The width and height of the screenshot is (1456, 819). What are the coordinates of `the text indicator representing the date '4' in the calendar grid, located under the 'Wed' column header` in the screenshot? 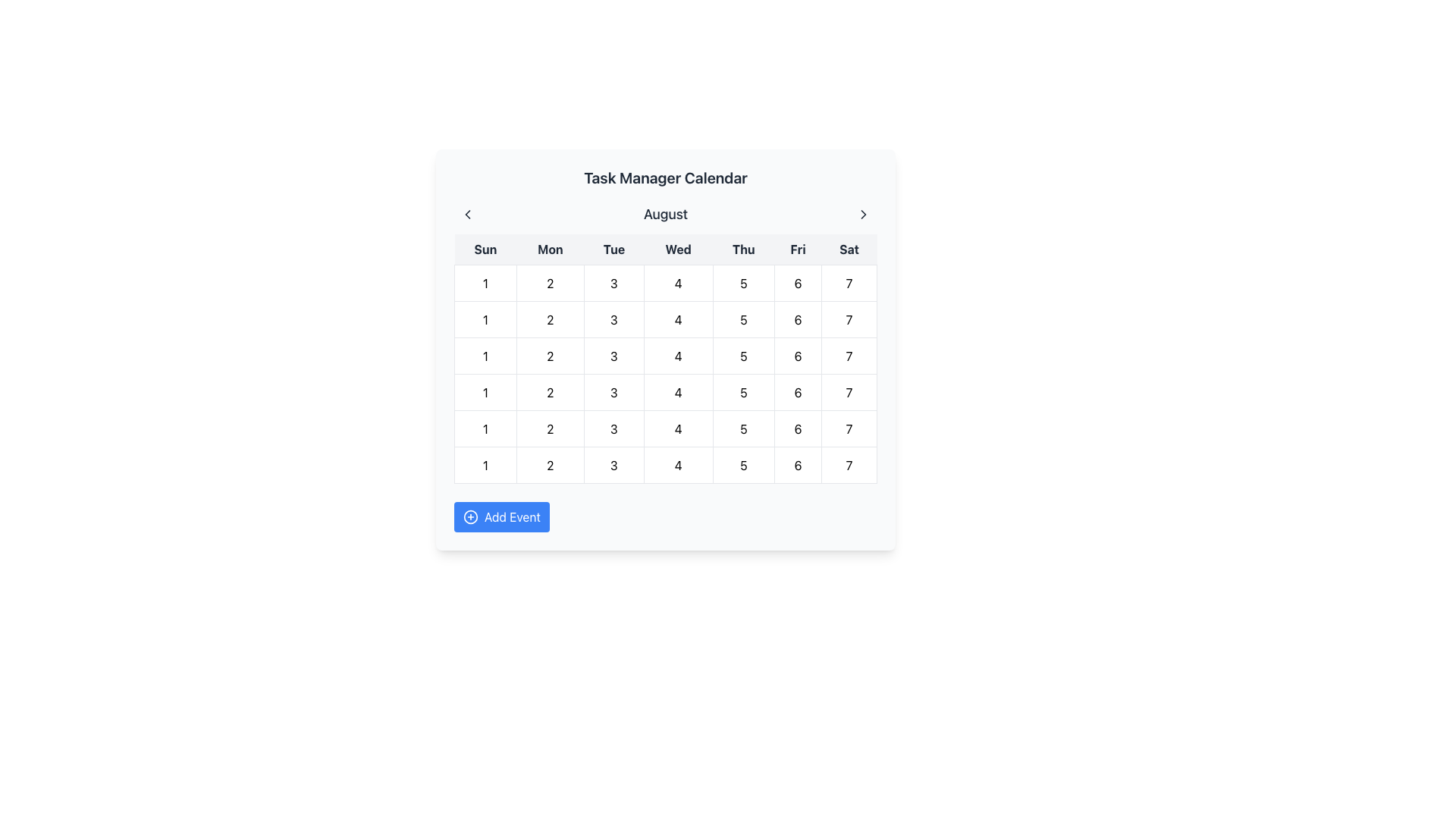 It's located at (677, 283).